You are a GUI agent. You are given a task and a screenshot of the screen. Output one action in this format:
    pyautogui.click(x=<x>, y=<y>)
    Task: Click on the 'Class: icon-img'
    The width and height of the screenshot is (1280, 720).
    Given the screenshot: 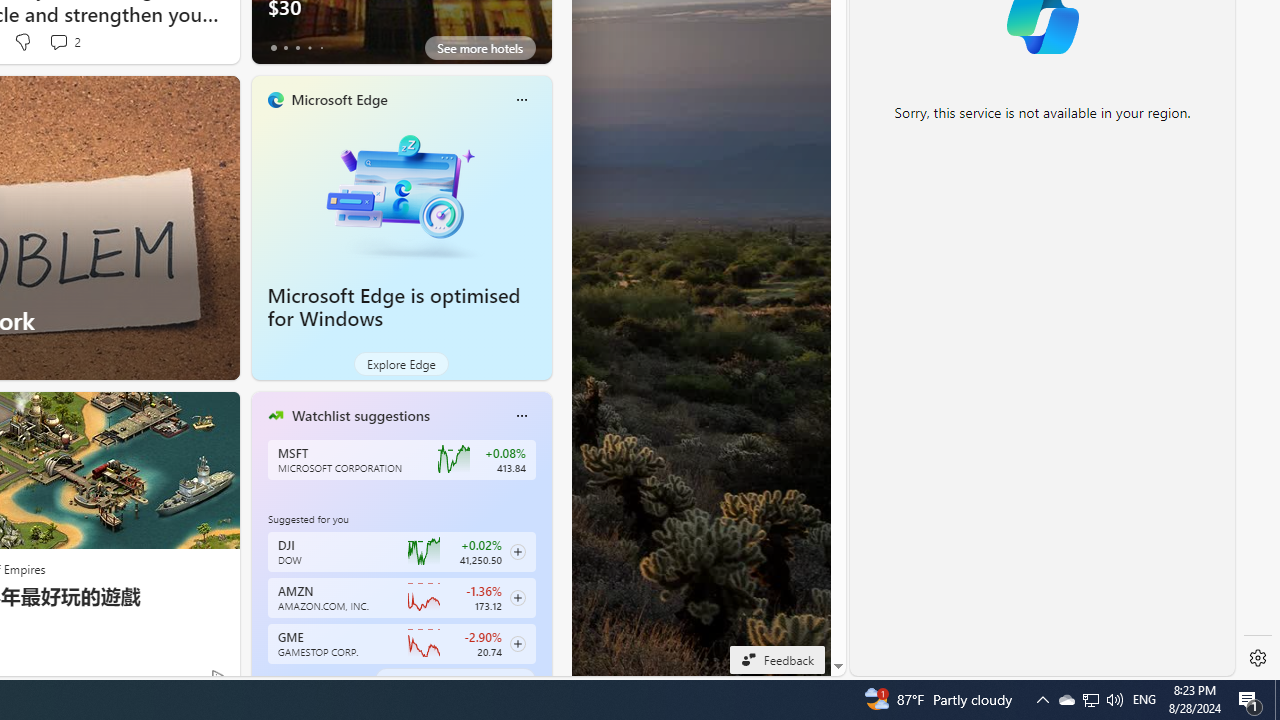 What is the action you would take?
    pyautogui.click(x=521, y=415)
    